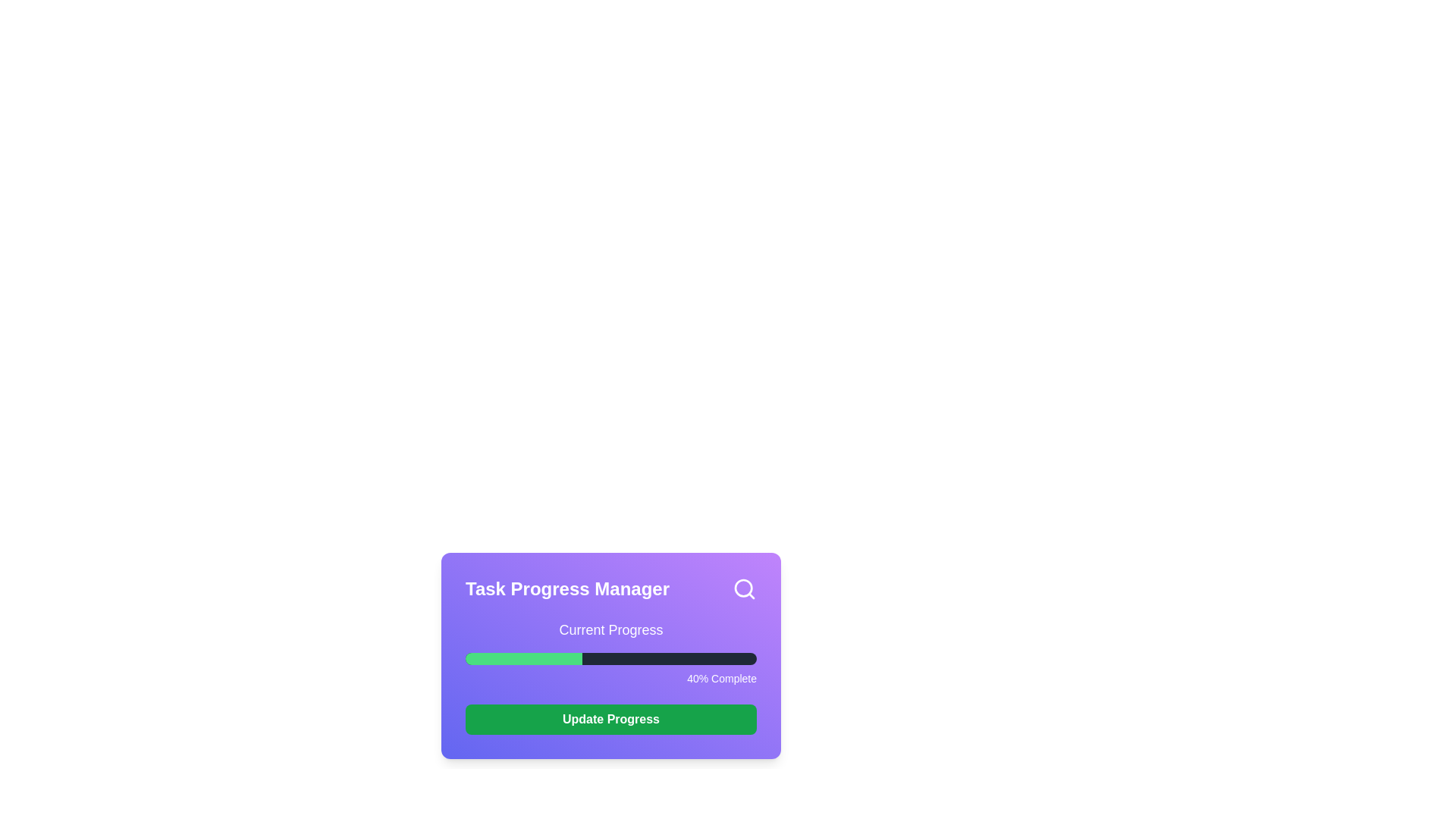 The width and height of the screenshot is (1456, 819). I want to click on the progress bar located in the 'Task Progress Manager' card, which is positioned below the 'Current Progress' label and above the 'Update Progress' button, so click(611, 651).